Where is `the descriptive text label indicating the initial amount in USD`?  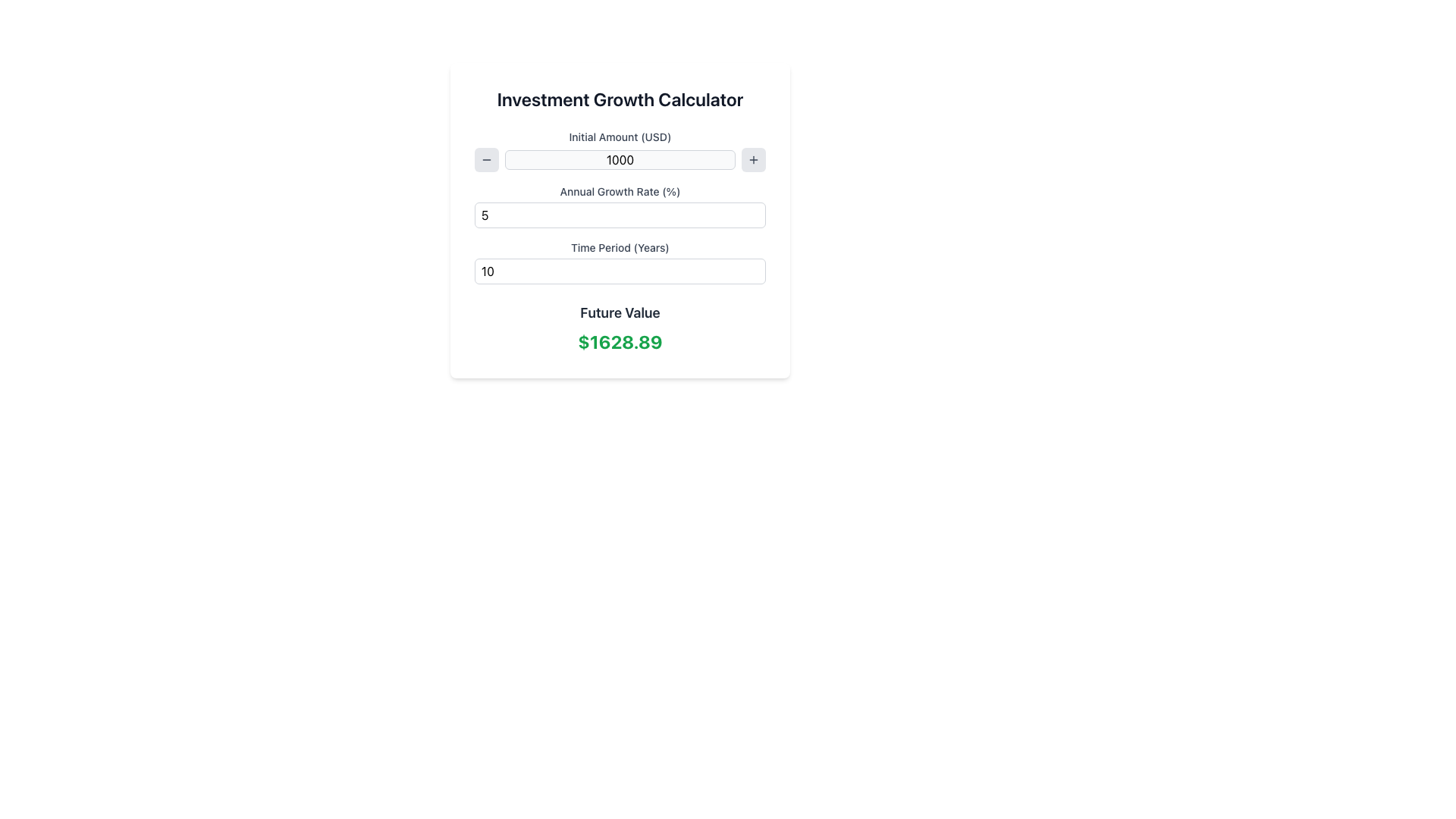
the descriptive text label indicating the initial amount in USD is located at coordinates (620, 137).